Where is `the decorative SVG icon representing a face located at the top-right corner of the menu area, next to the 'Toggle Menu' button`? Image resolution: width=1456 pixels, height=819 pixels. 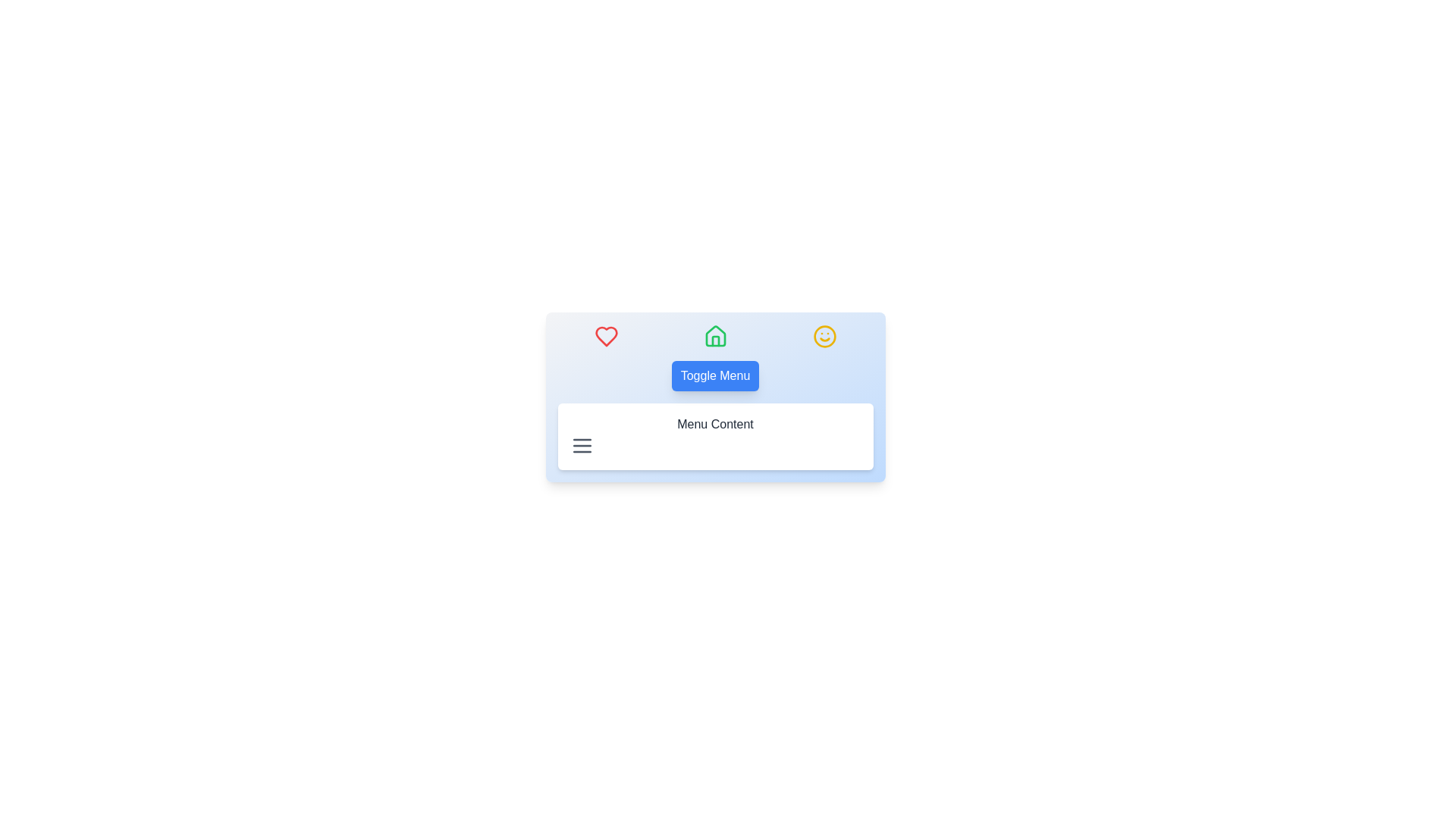
the decorative SVG icon representing a face located at the top-right corner of the menu area, next to the 'Toggle Menu' button is located at coordinates (824, 335).